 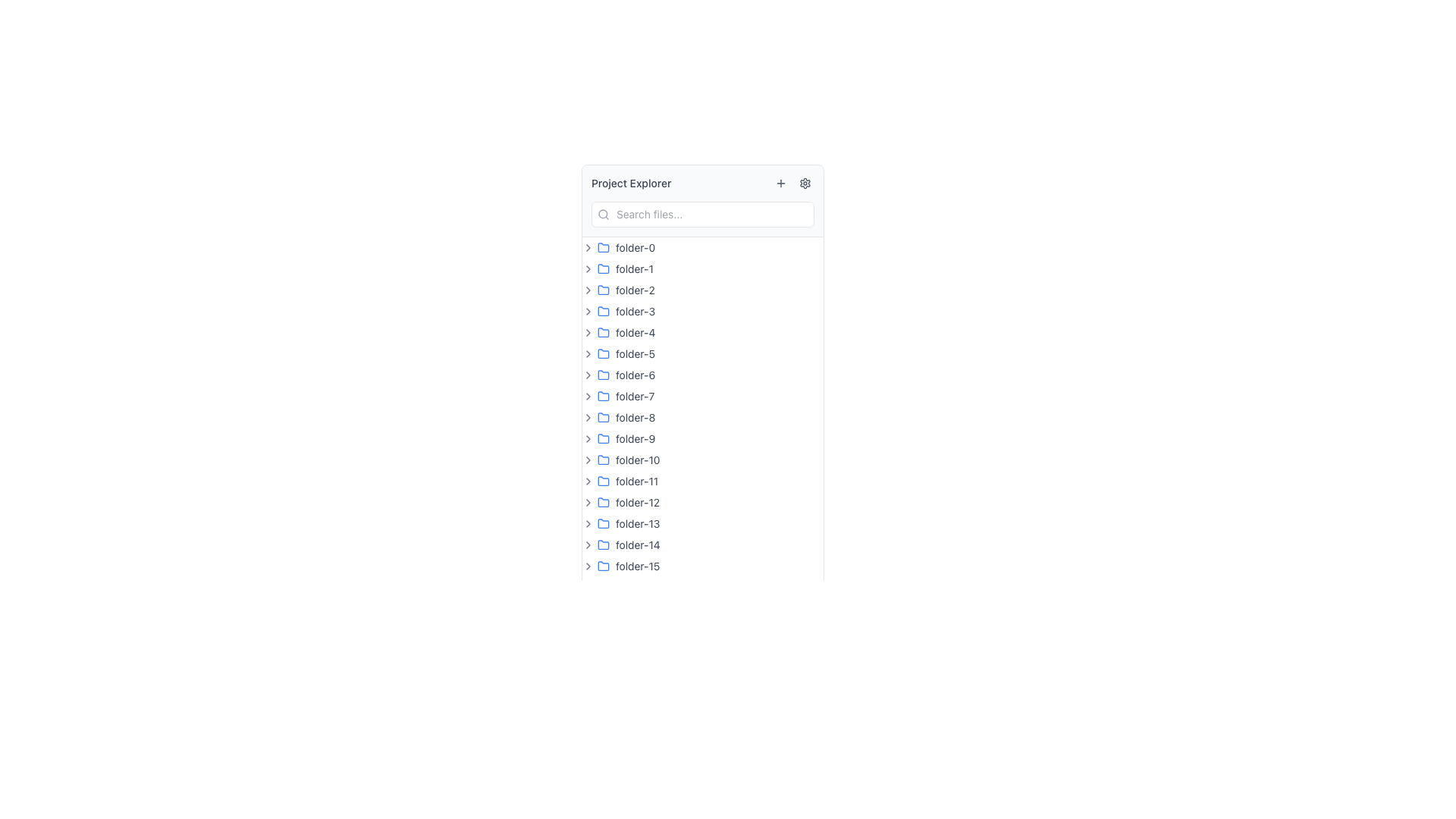 I want to click on the text label 'folder-1', so click(x=634, y=268).